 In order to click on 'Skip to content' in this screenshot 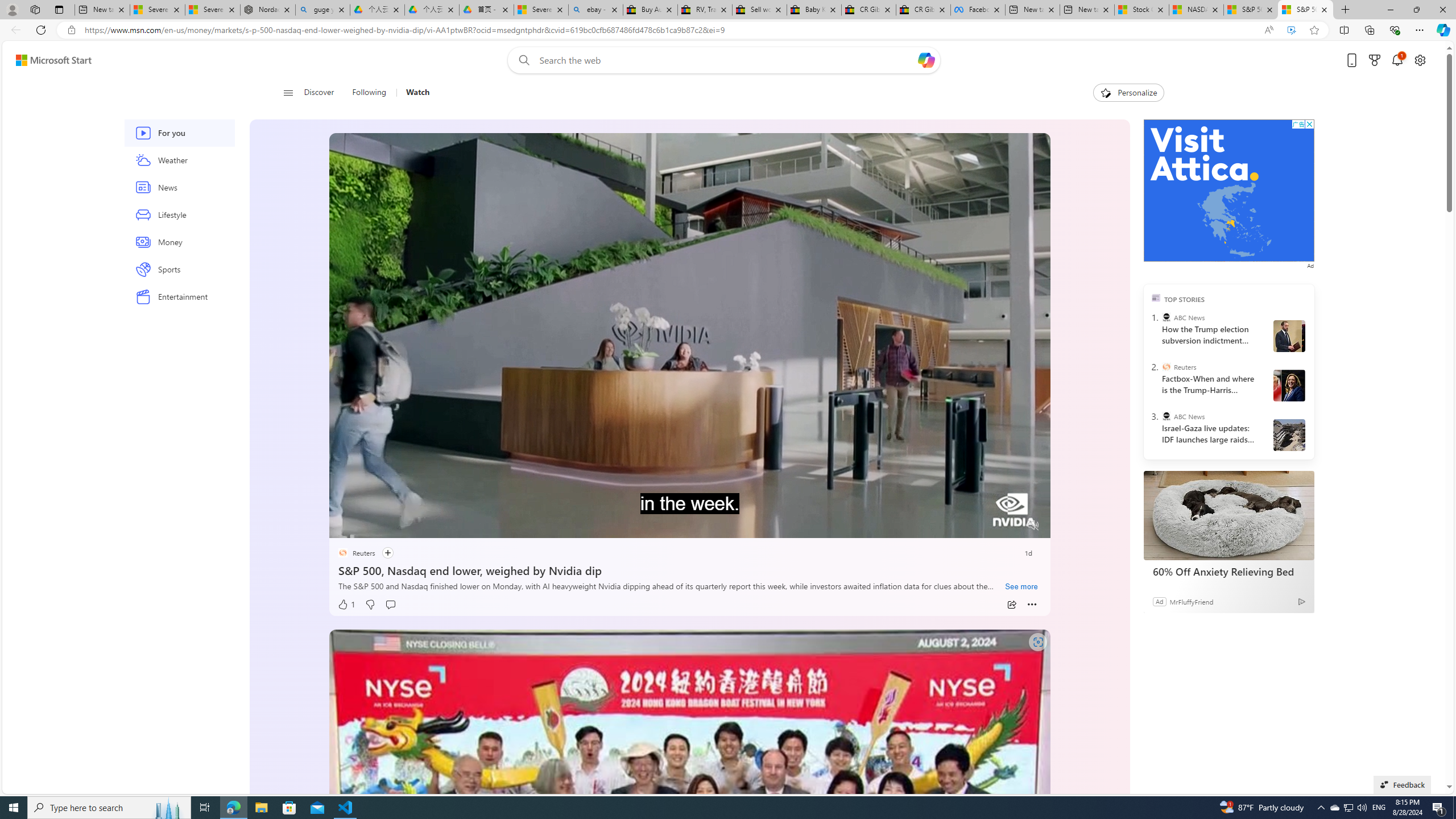, I will do `click(49, 59)`.